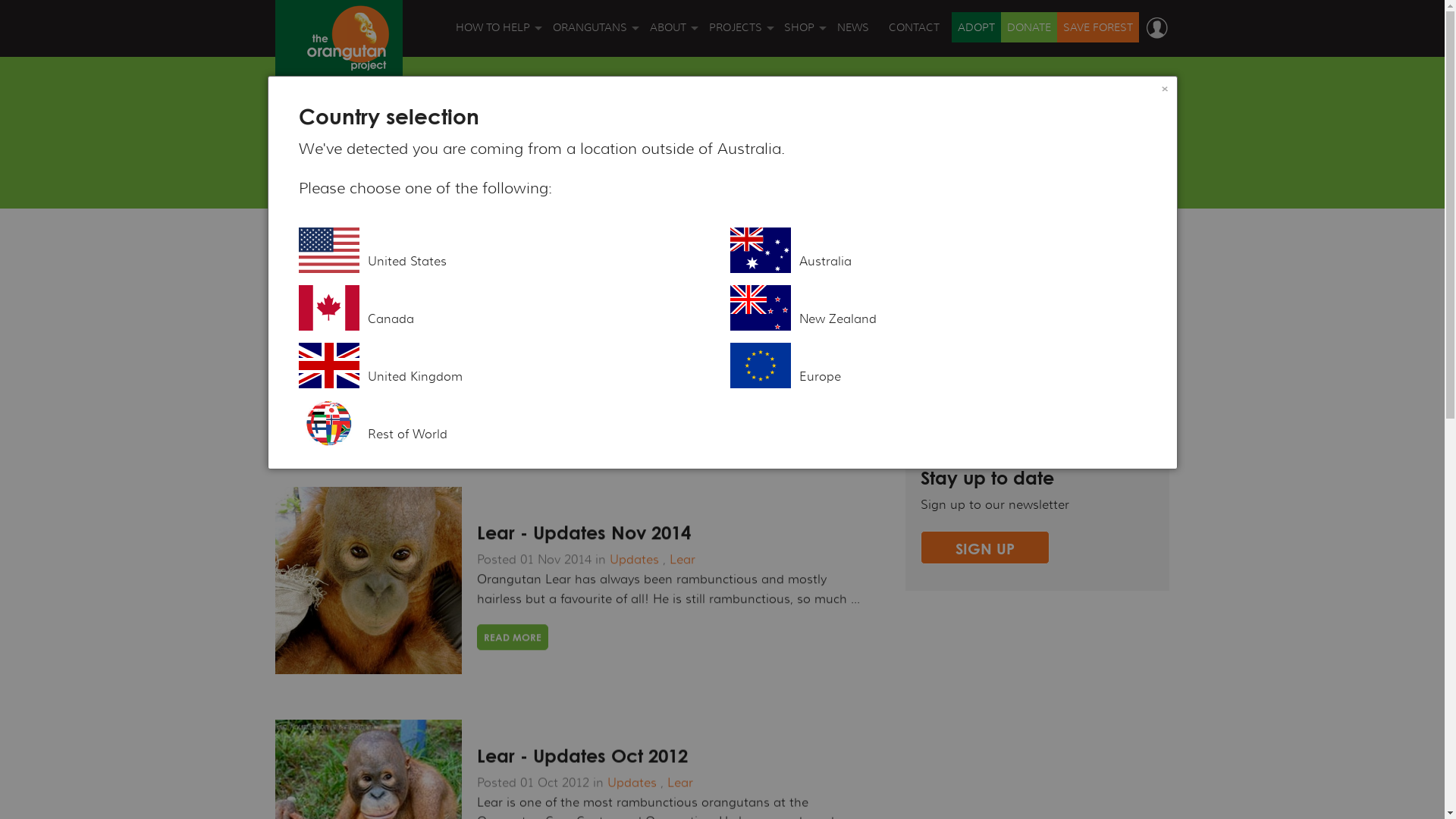 Image resolution: width=1456 pixels, height=819 pixels. Describe the element at coordinates (497, 27) in the screenshot. I see `'HOW TO HELP'` at that location.